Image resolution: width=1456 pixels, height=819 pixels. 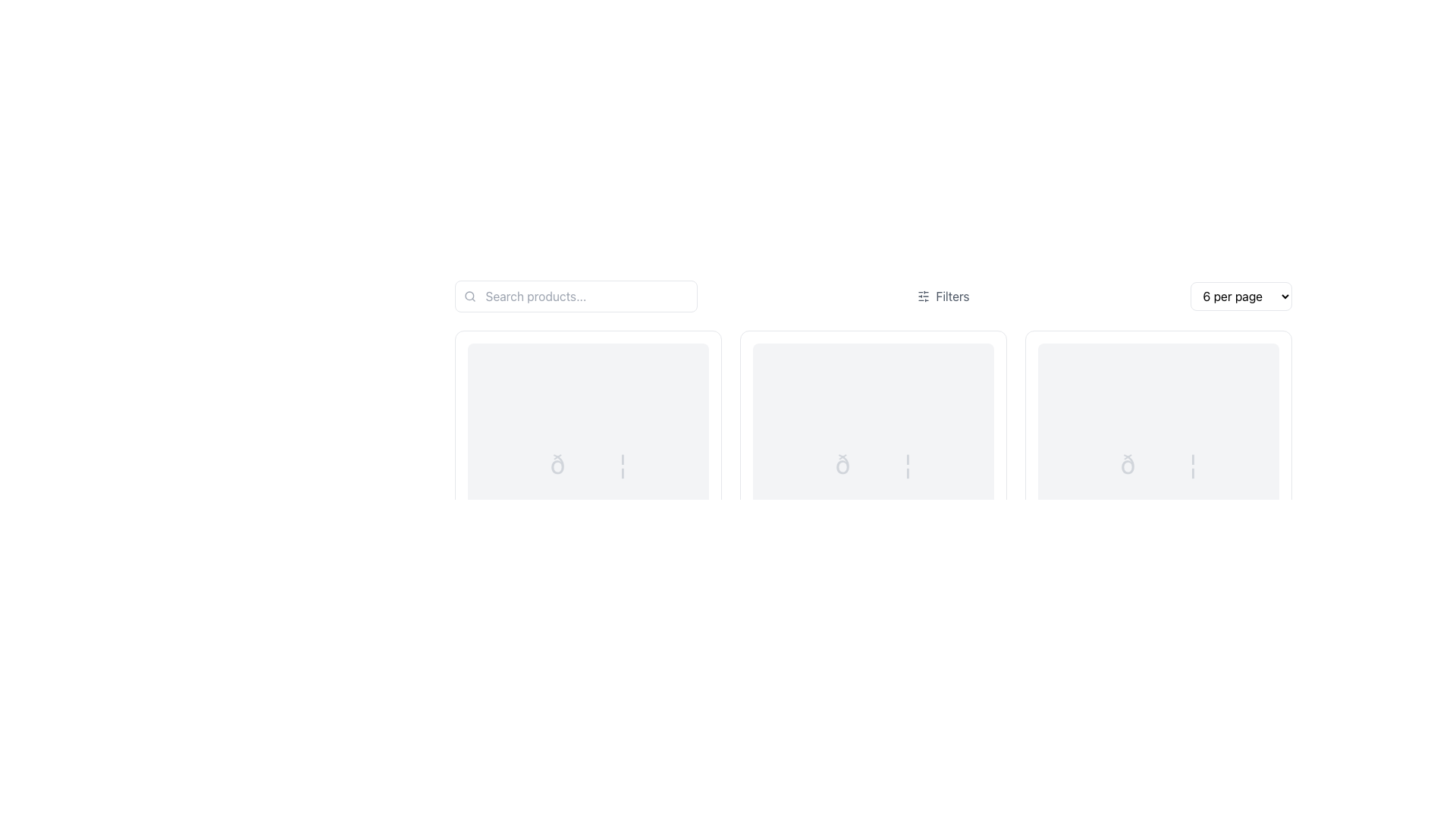 I want to click on the details displayed on the first card component in the catalog, which provides information about the product's name, price, and category, so click(x=587, y=493).